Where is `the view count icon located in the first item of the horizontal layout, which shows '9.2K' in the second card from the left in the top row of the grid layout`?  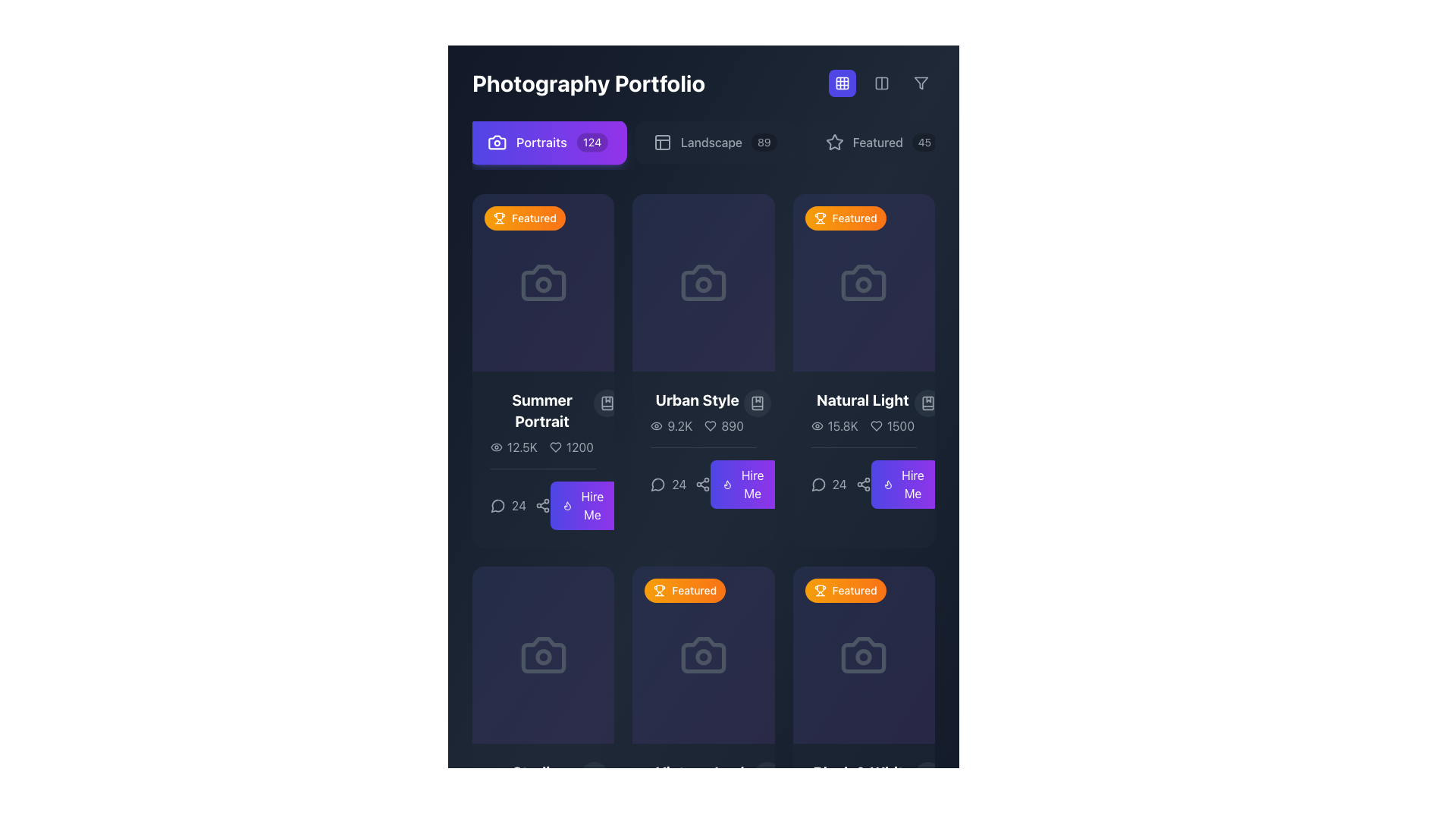 the view count icon located in the first item of the horizontal layout, which shows '9.2K' in the second card from the left in the top row of the grid layout is located at coordinates (657, 426).